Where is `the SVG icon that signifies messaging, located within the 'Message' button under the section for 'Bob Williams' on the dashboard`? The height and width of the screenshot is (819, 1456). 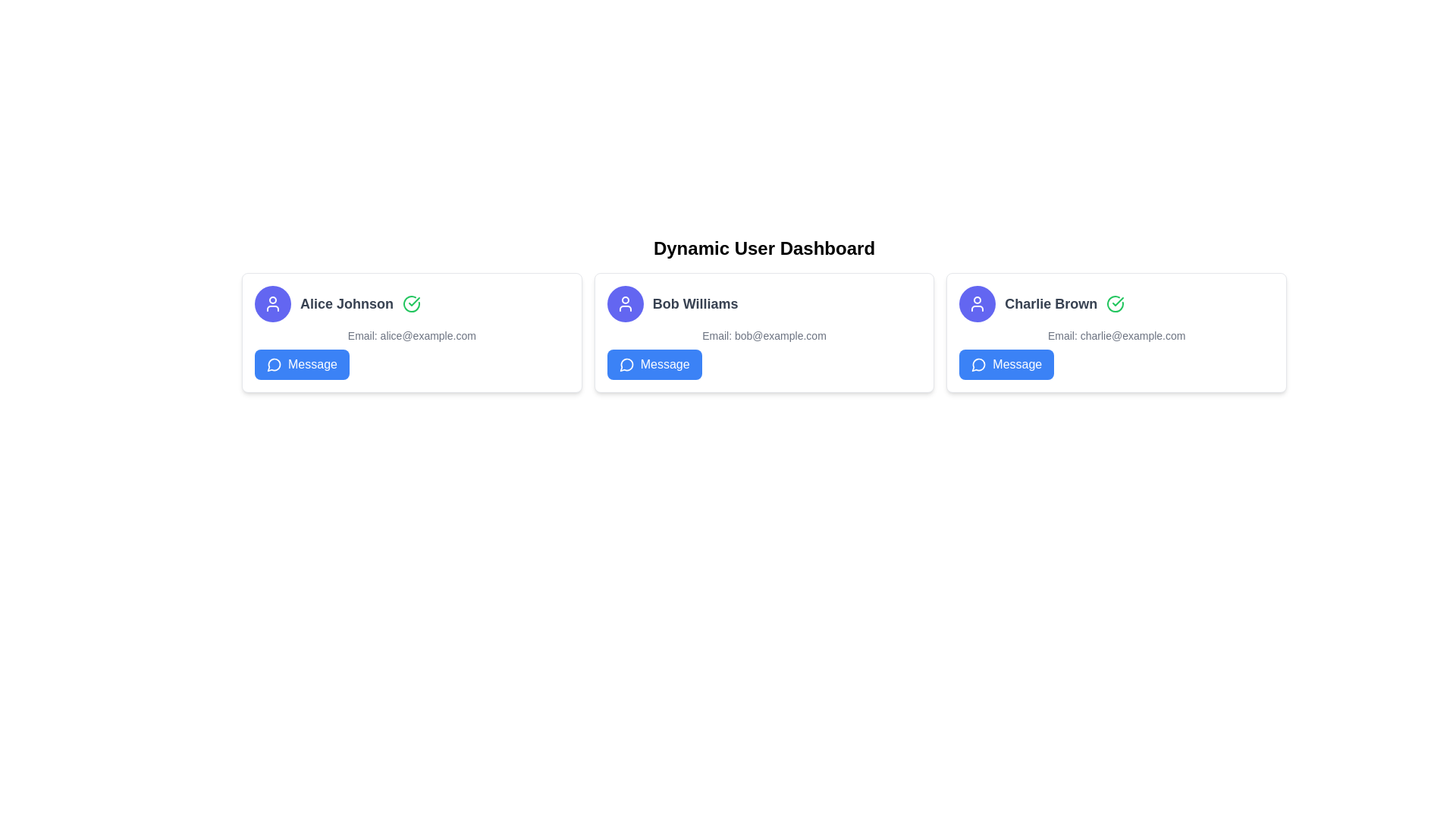 the SVG icon that signifies messaging, located within the 'Message' button under the section for 'Bob Williams' on the dashboard is located at coordinates (626, 365).